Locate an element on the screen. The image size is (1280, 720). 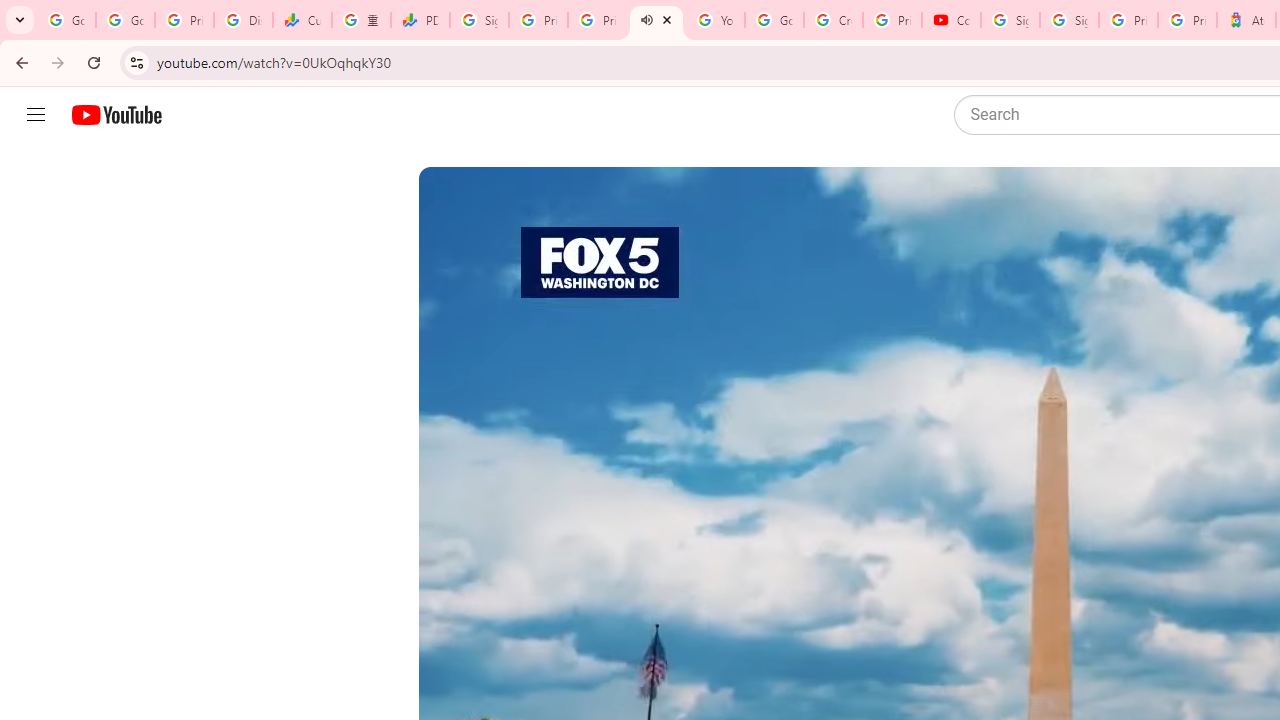
'YouTube Home' is located at coordinates (115, 115).